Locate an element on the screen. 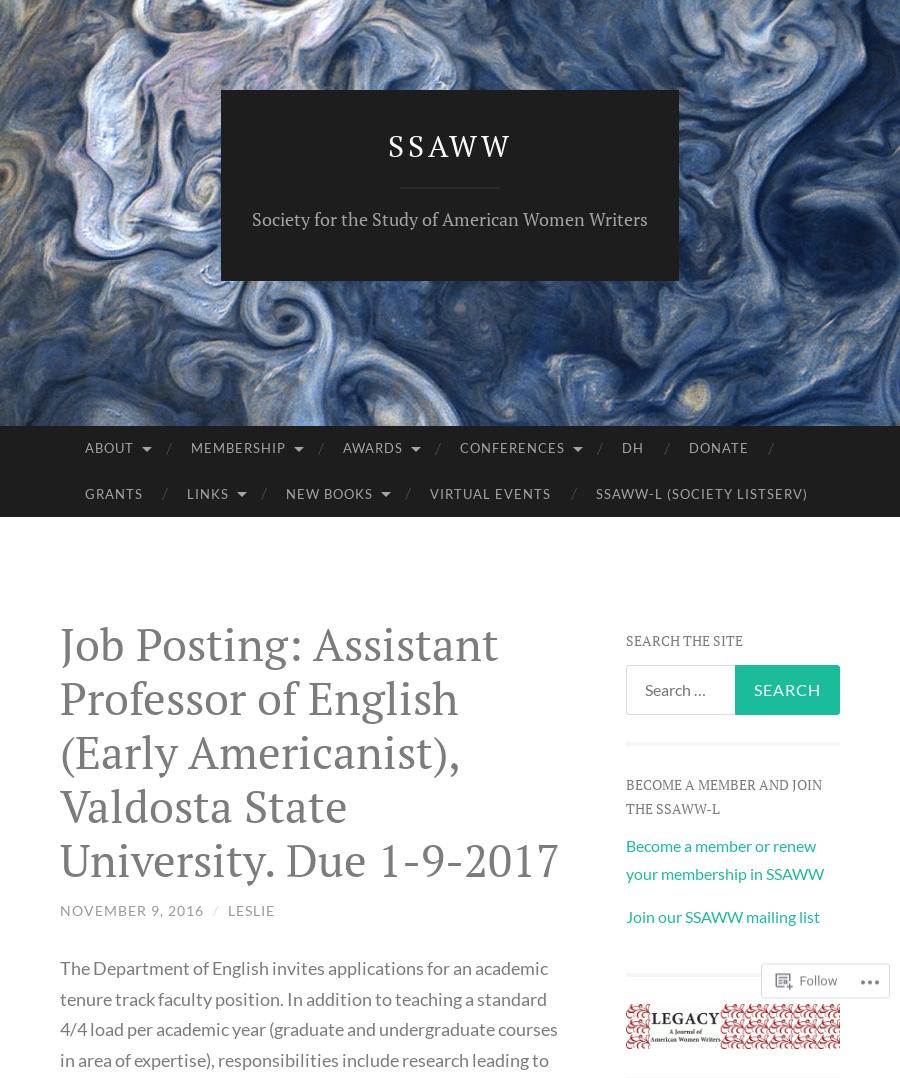  'Become a member or renew your membership in SSAWW' is located at coordinates (722, 857).